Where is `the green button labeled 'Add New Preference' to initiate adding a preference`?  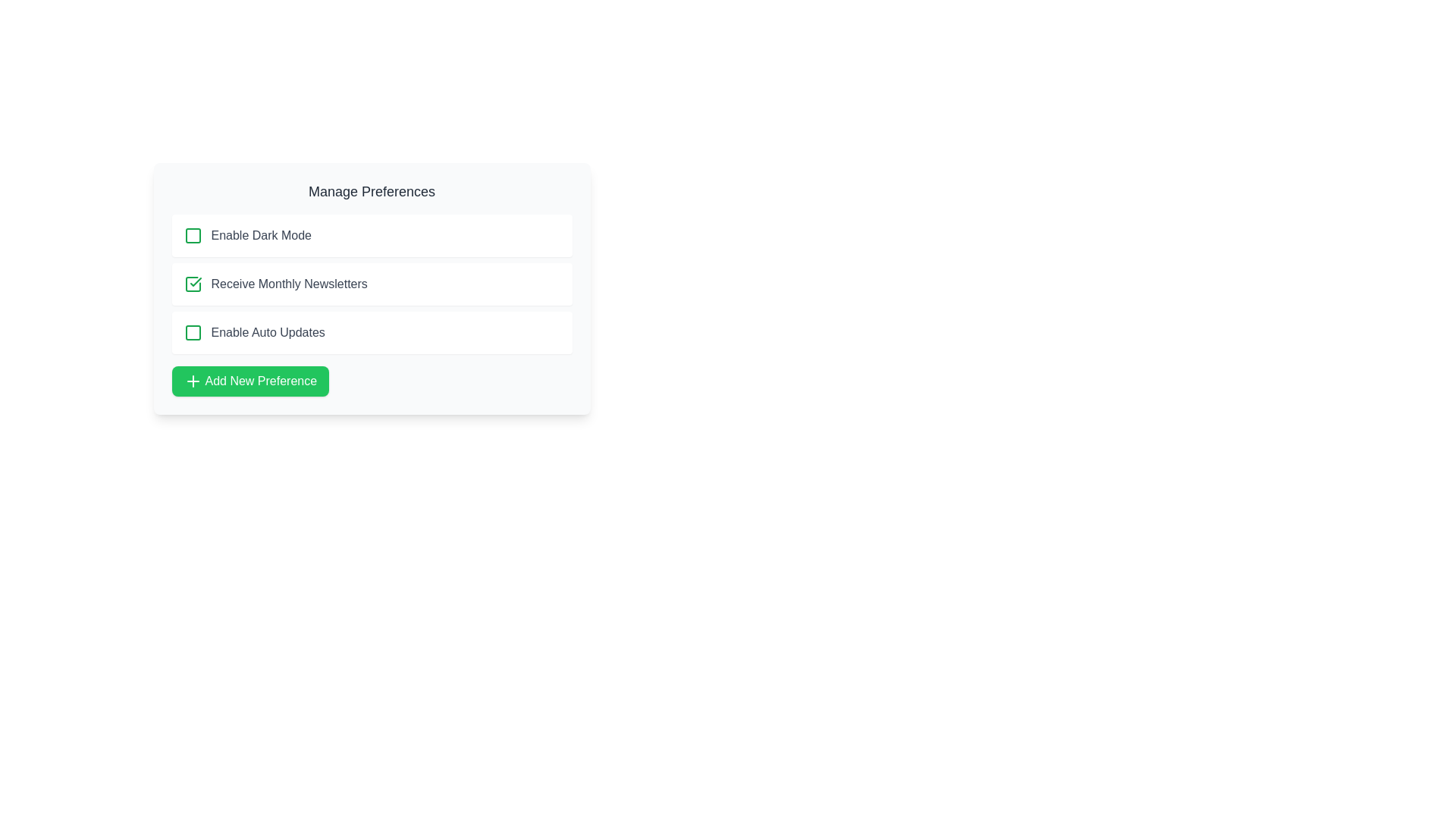 the green button labeled 'Add New Preference' to initiate adding a preference is located at coordinates (250, 380).